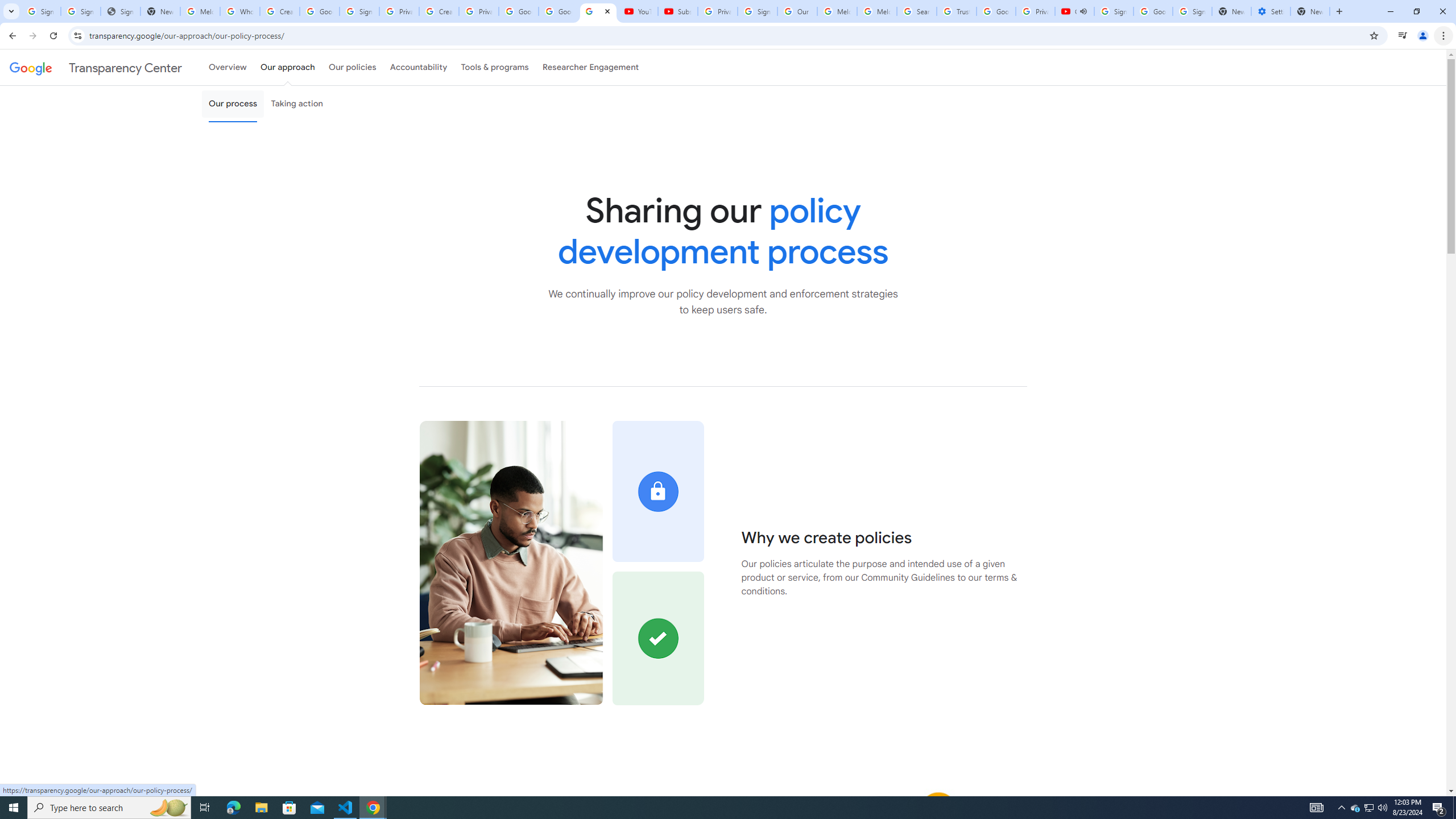 Image resolution: width=1456 pixels, height=819 pixels. Describe the element at coordinates (418, 67) in the screenshot. I see `'Accountability'` at that location.